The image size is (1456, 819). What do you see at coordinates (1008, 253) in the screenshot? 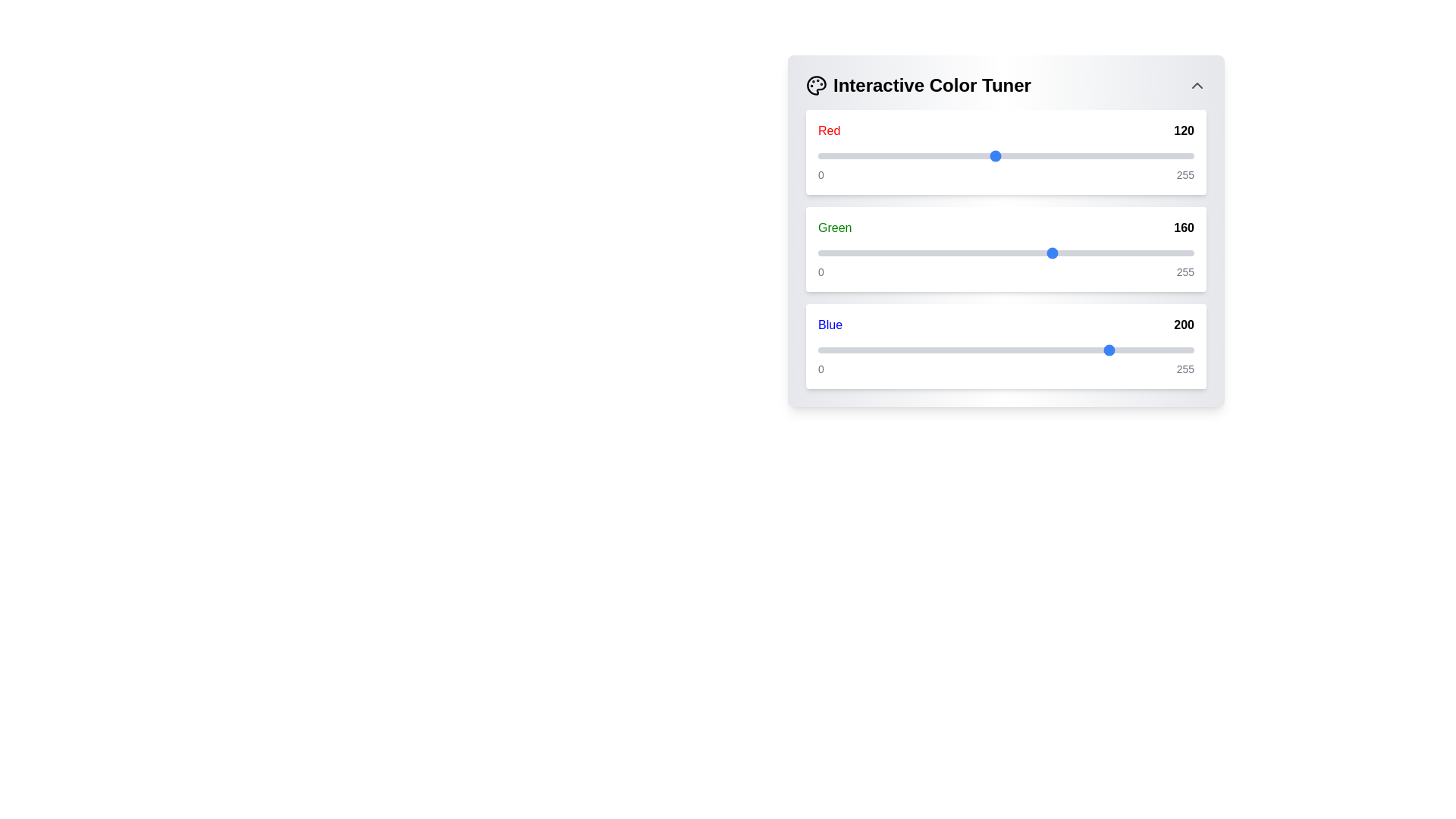
I see `the green component value` at bounding box center [1008, 253].